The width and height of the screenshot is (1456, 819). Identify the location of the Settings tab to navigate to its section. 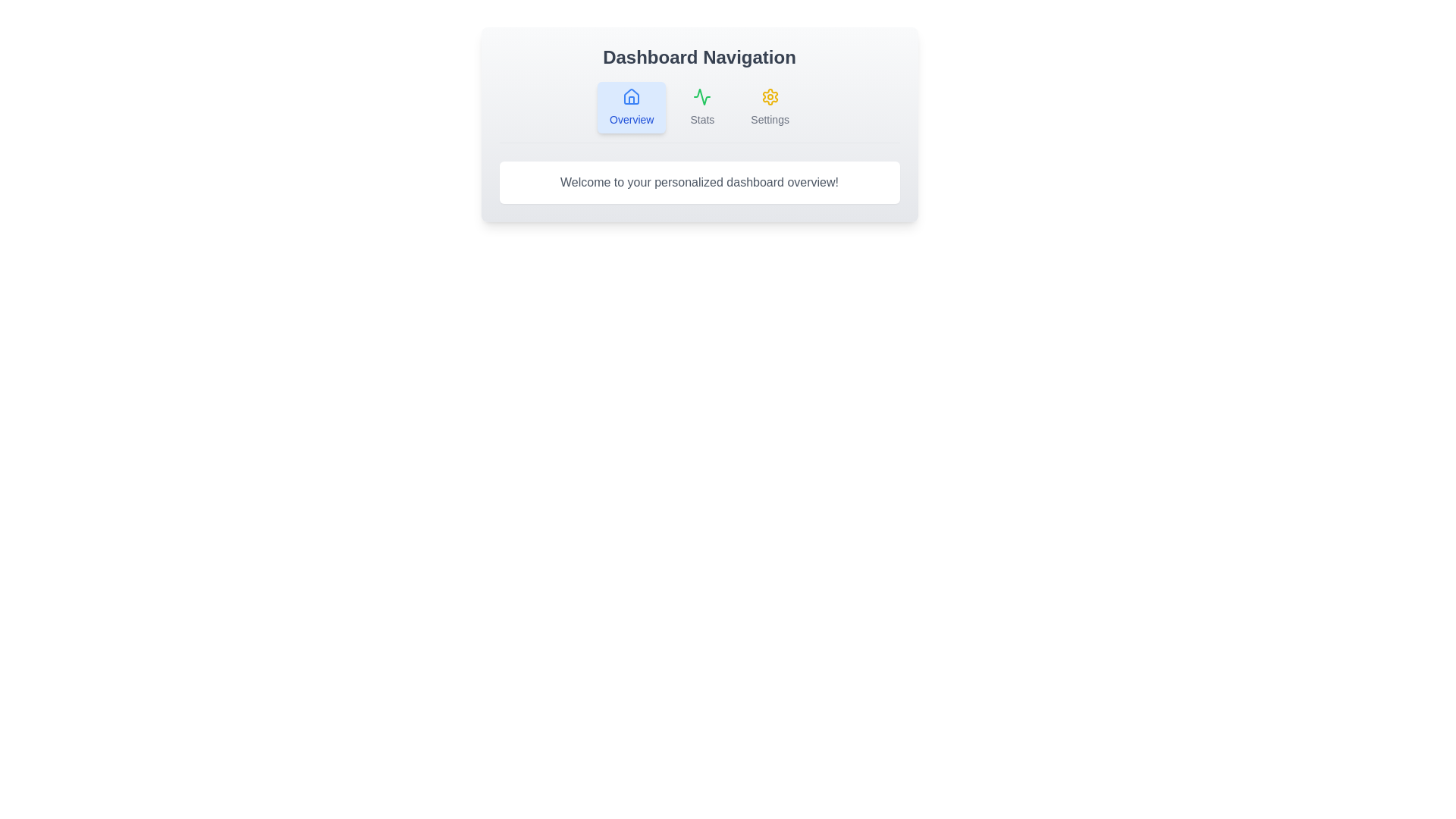
(769, 107).